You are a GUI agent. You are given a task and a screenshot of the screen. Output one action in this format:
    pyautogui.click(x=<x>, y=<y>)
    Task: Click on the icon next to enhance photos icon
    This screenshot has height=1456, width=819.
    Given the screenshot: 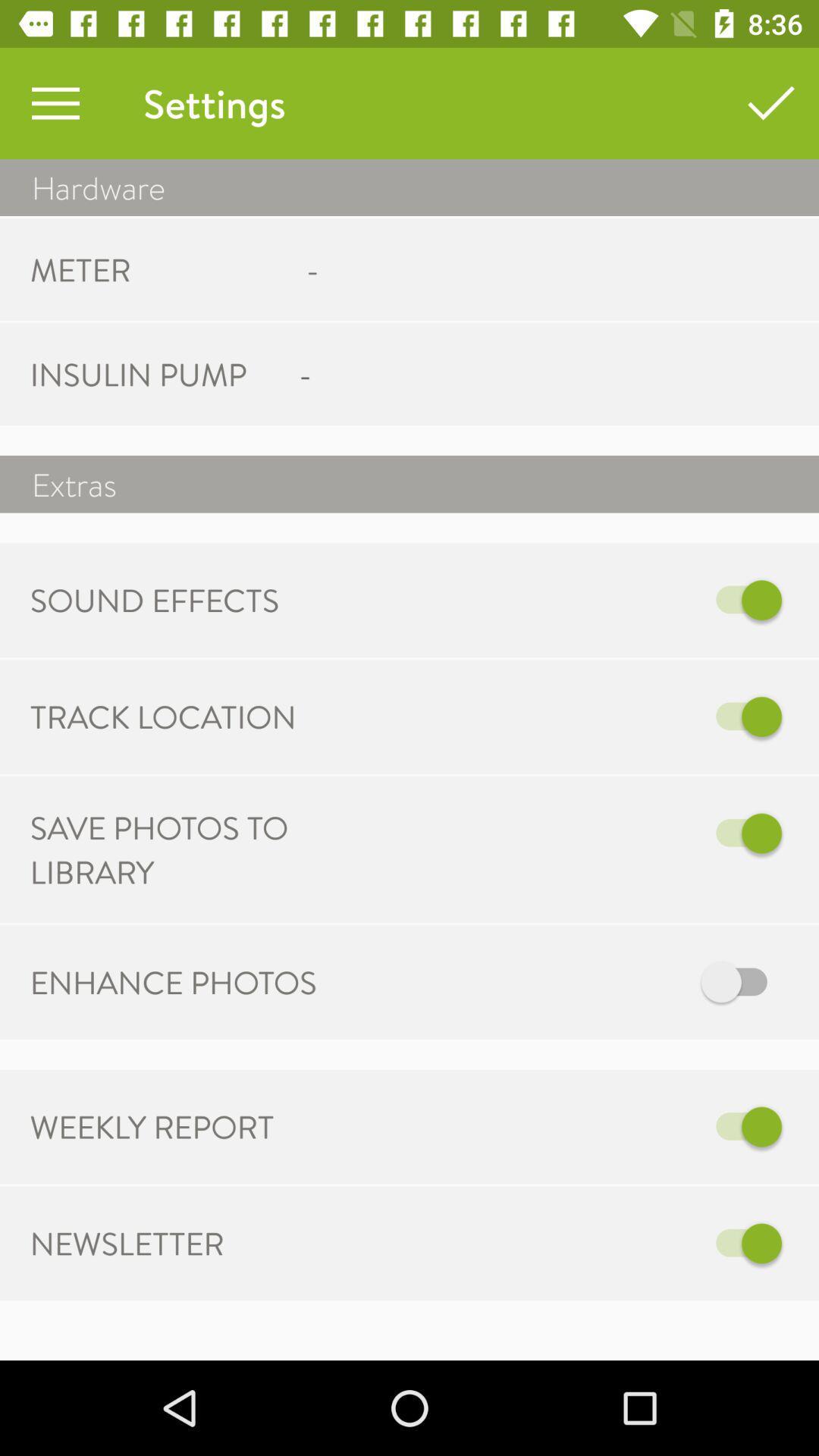 What is the action you would take?
    pyautogui.click(x=566, y=982)
    